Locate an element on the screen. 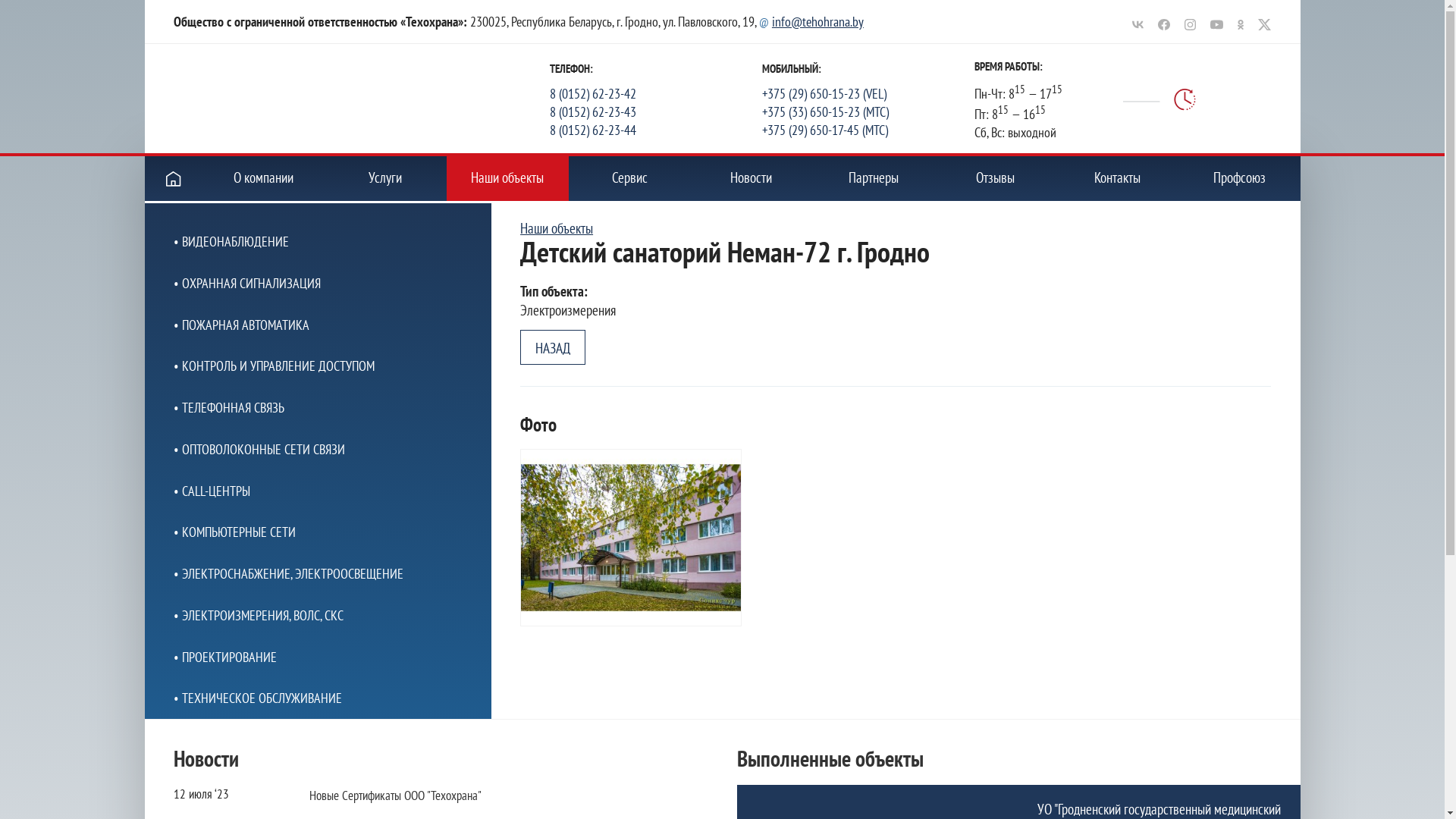  'info@tehohrana.by' is located at coordinates (817, 20).